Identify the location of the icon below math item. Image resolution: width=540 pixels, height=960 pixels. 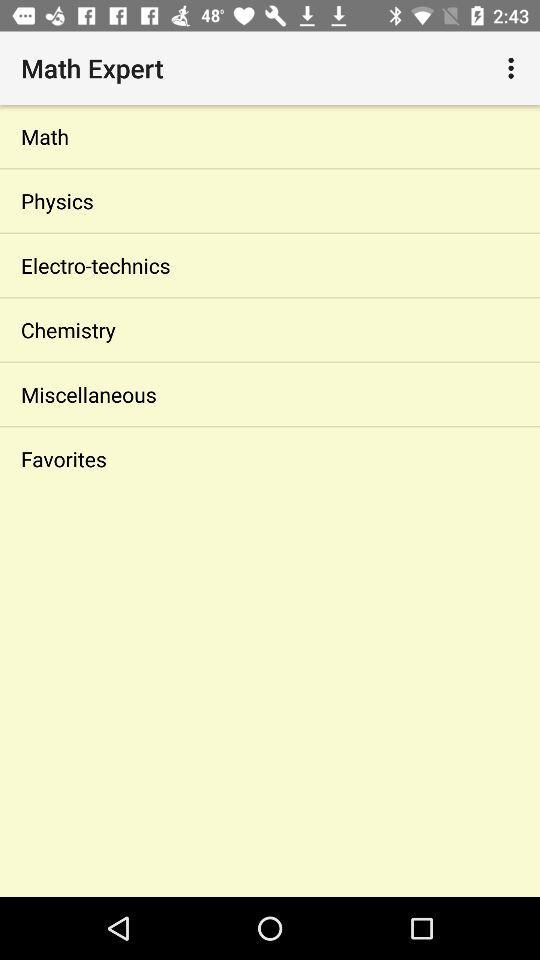
(270, 201).